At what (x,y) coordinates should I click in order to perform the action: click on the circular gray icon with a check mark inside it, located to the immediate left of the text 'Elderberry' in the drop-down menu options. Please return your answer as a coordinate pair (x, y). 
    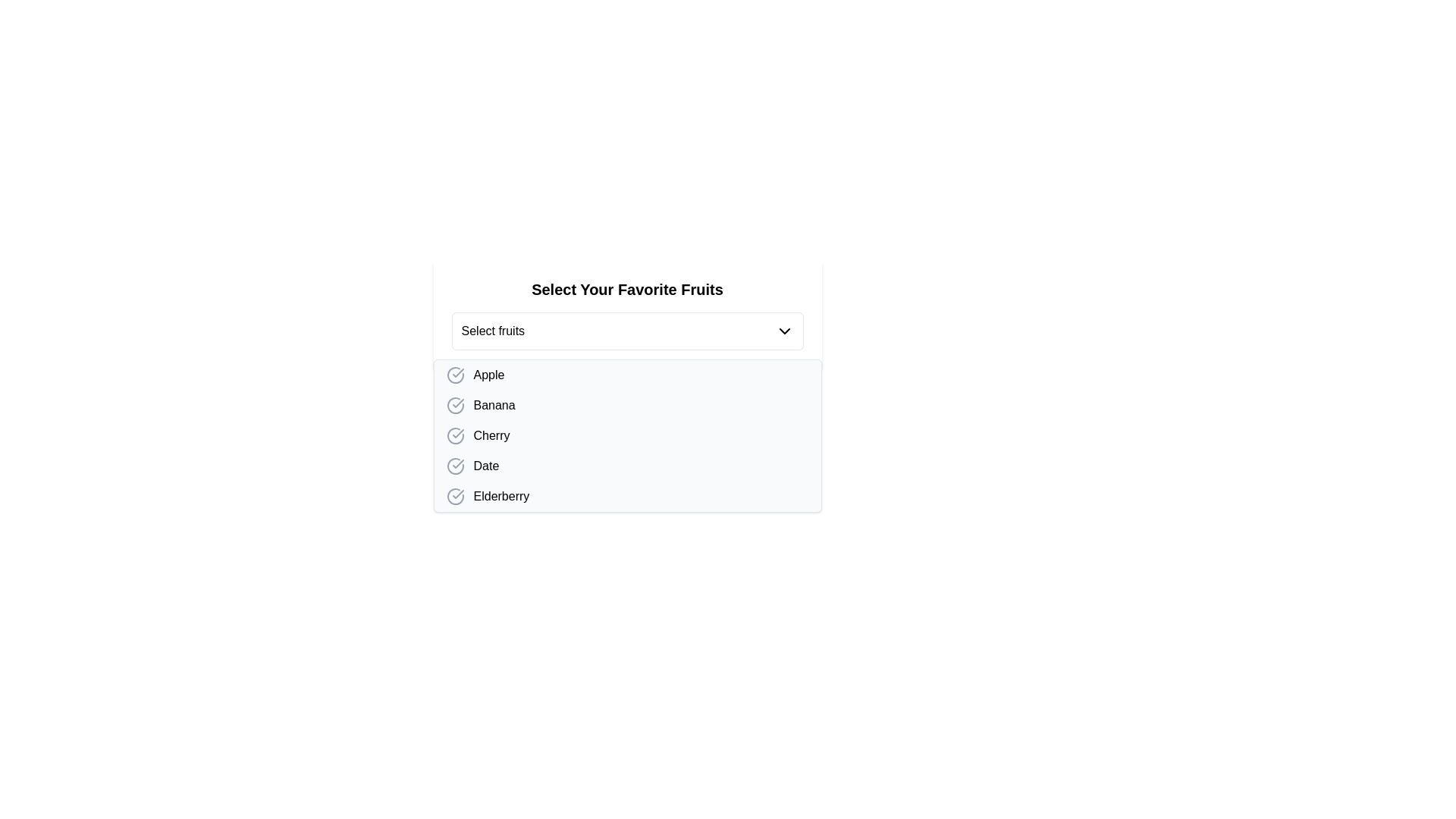
    Looking at the image, I should click on (454, 497).